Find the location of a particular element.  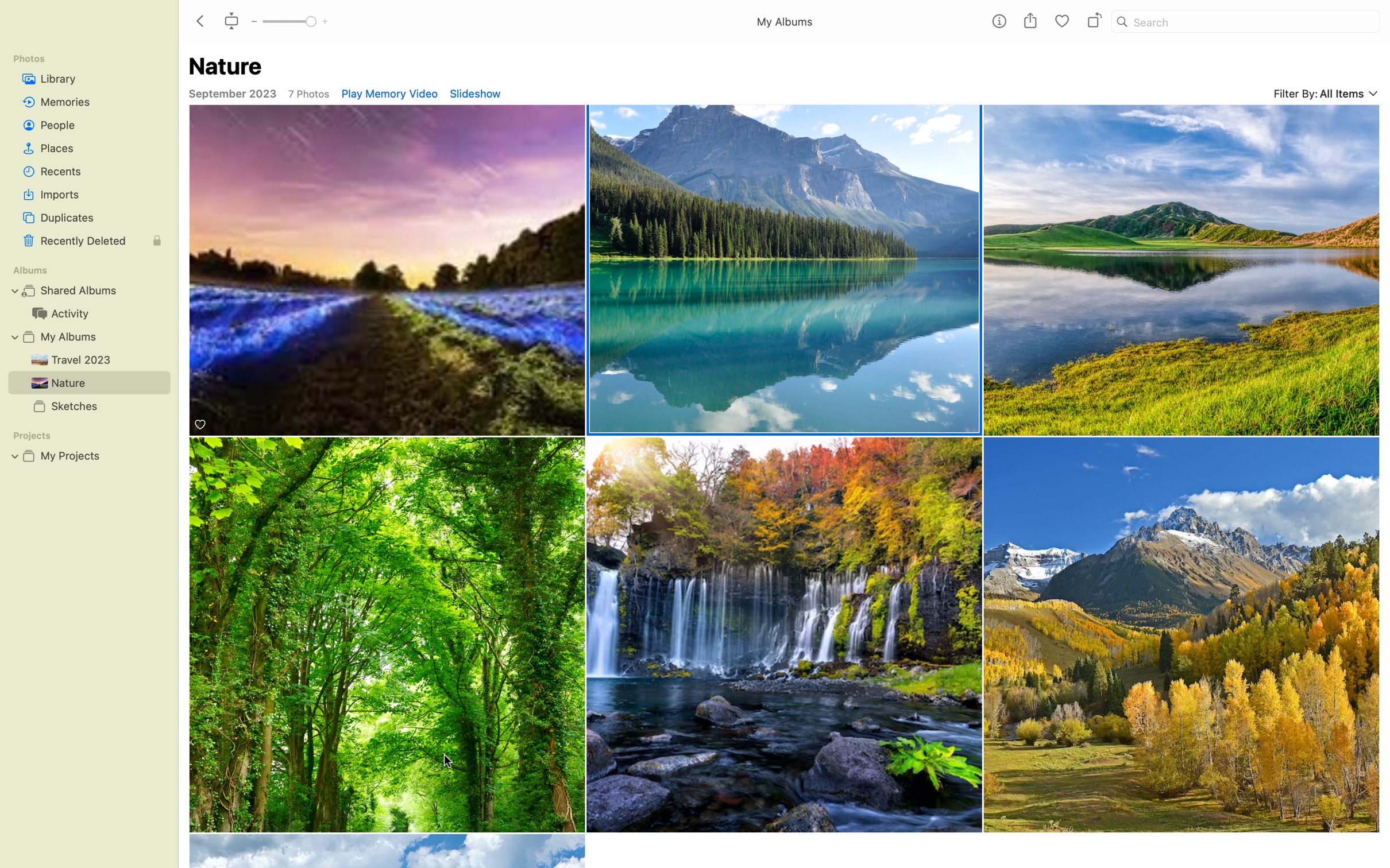

the Travel album and use the scroll feature to view all photos is located at coordinates (87, 358).